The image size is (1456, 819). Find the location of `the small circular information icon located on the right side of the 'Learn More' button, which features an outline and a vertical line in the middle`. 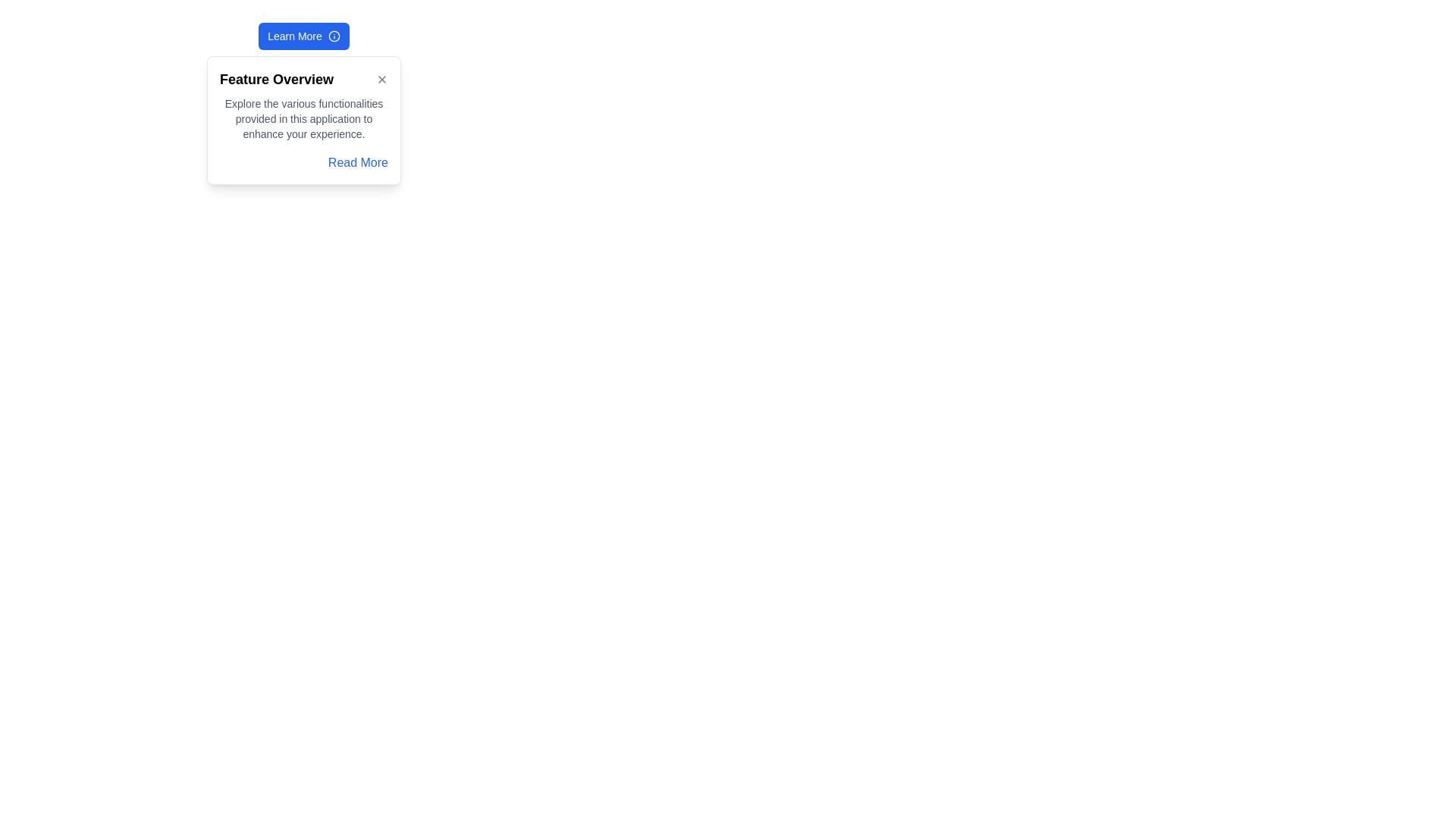

the small circular information icon located on the right side of the 'Learn More' button, which features an outline and a vertical line in the middle is located at coordinates (333, 35).